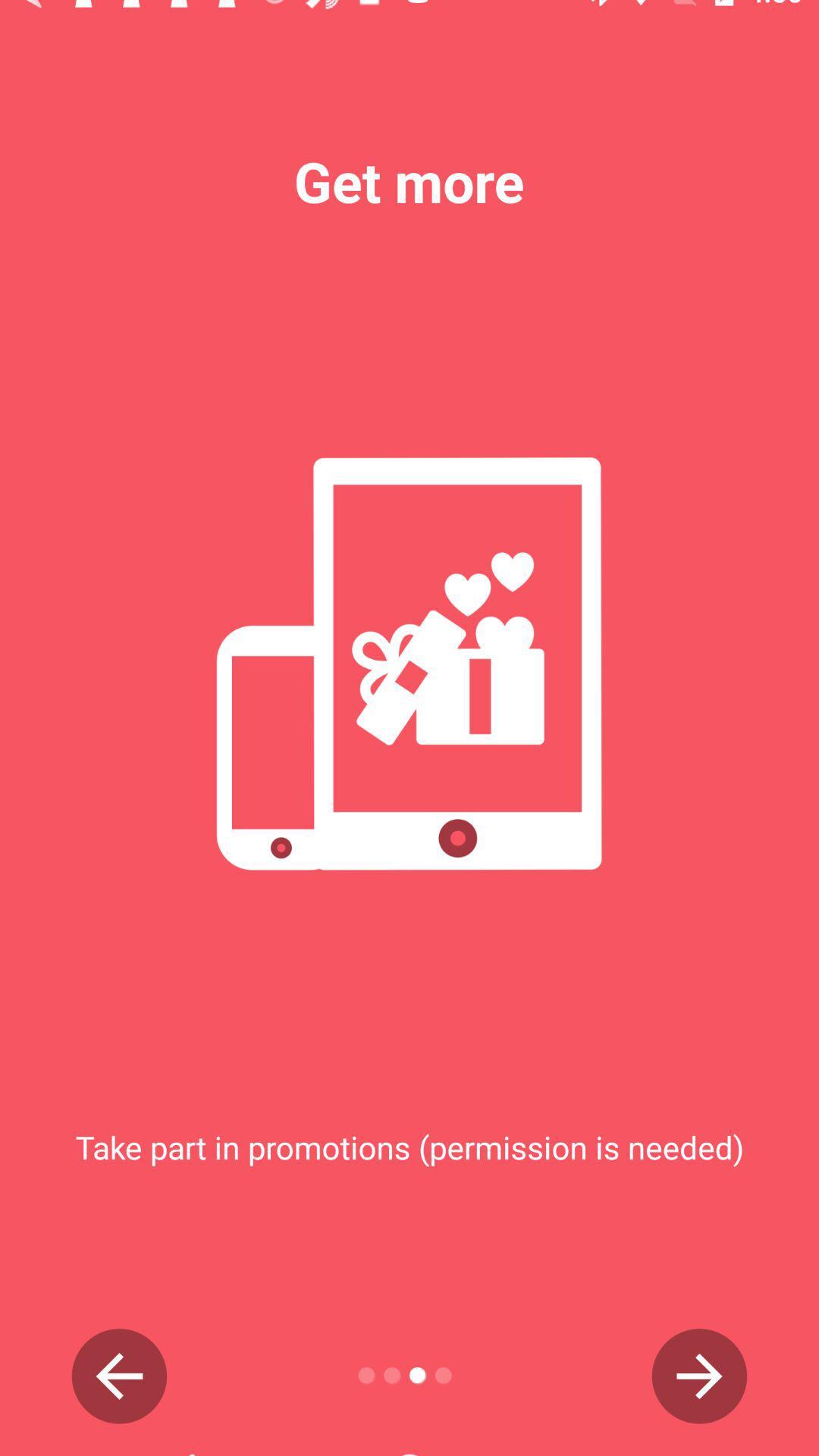 Image resolution: width=819 pixels, height=1456 pixels. I want to click on next button, so click(699, 1376).